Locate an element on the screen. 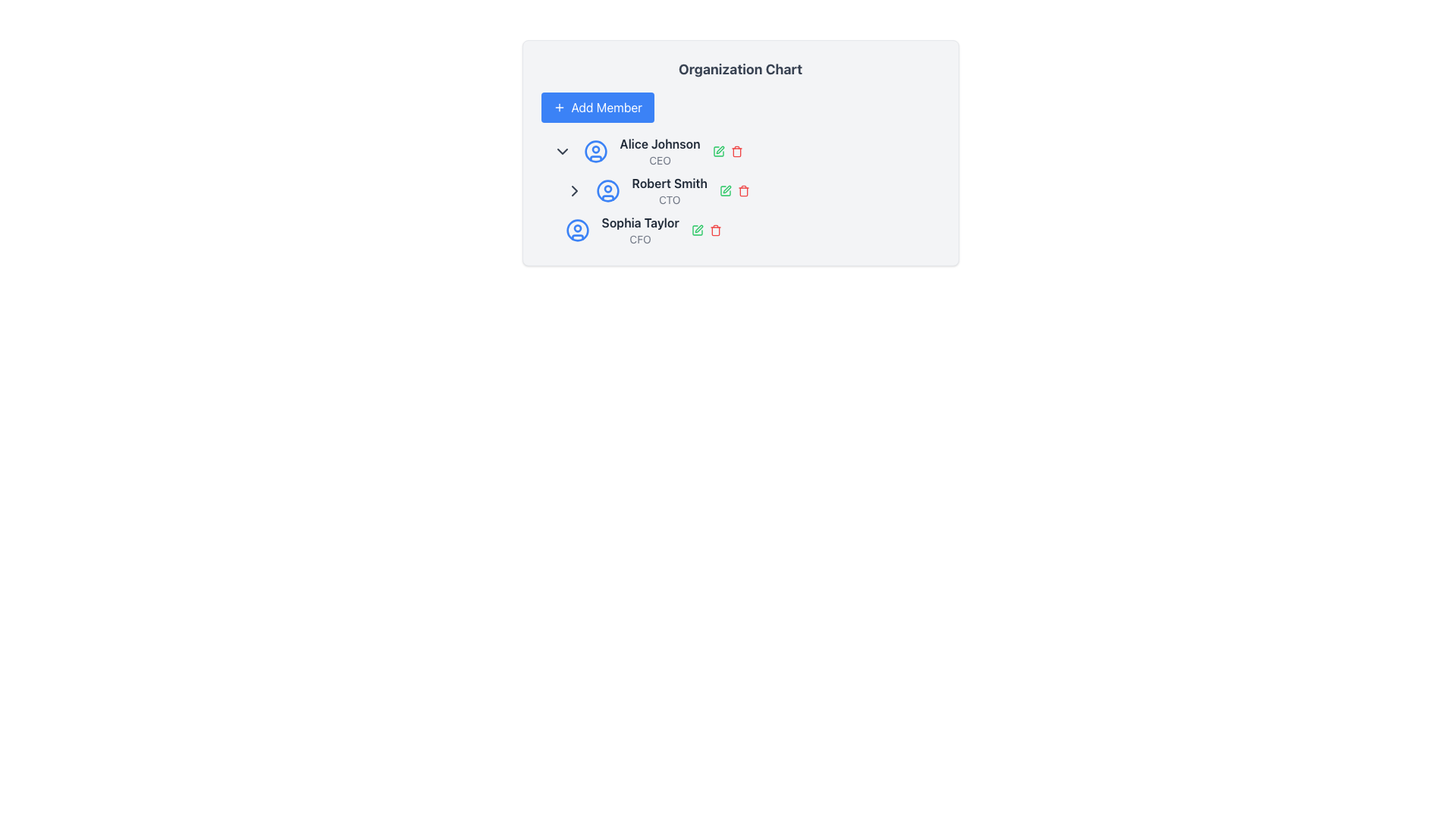 The image size is (1456, 819). the text label 'Alice Johnson' which is styled in bold and displayed in dark gray, part of the hierarchical organization chart is located at coordinates (660, 143).